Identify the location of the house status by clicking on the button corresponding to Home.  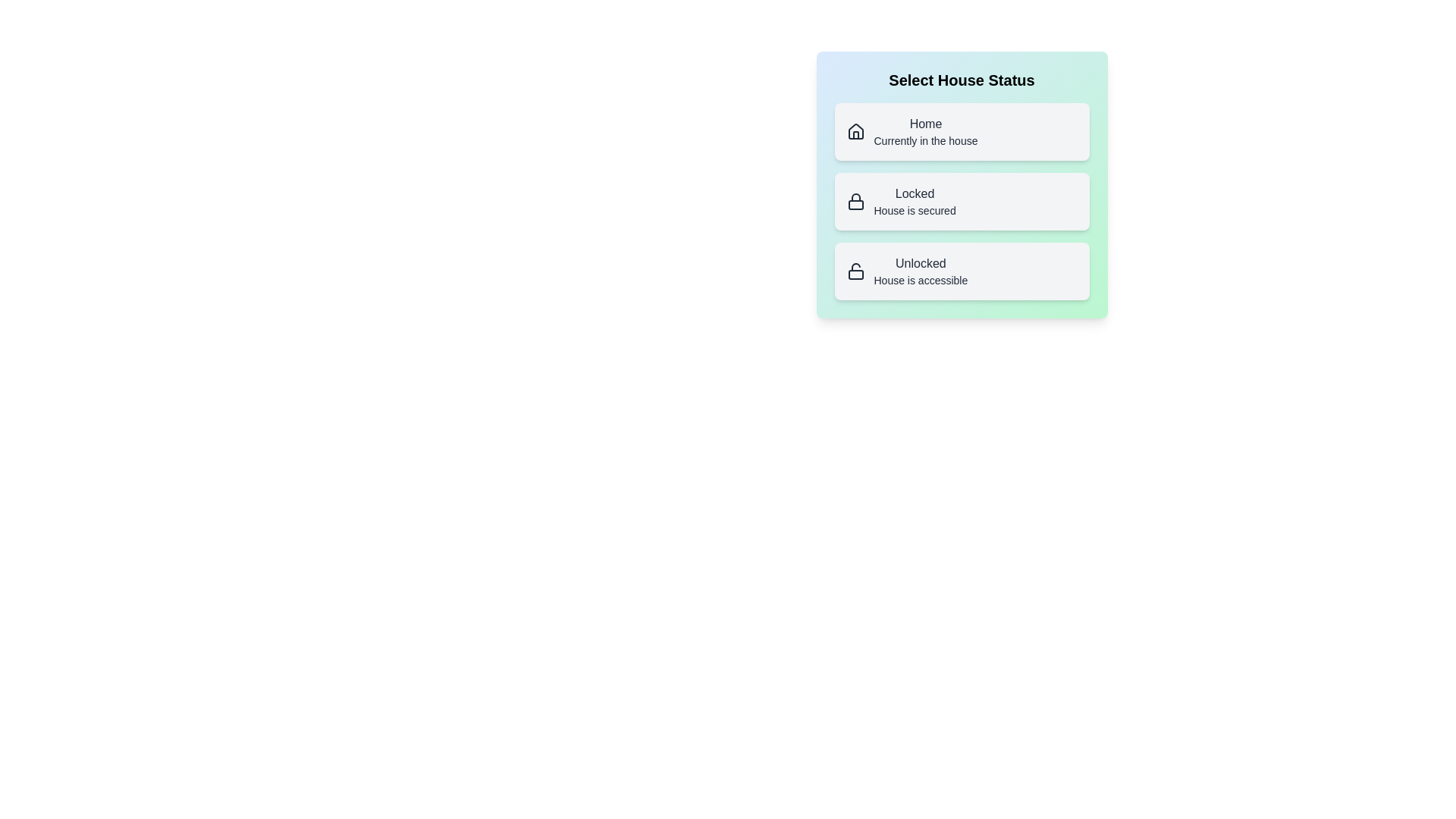
(961, 130).